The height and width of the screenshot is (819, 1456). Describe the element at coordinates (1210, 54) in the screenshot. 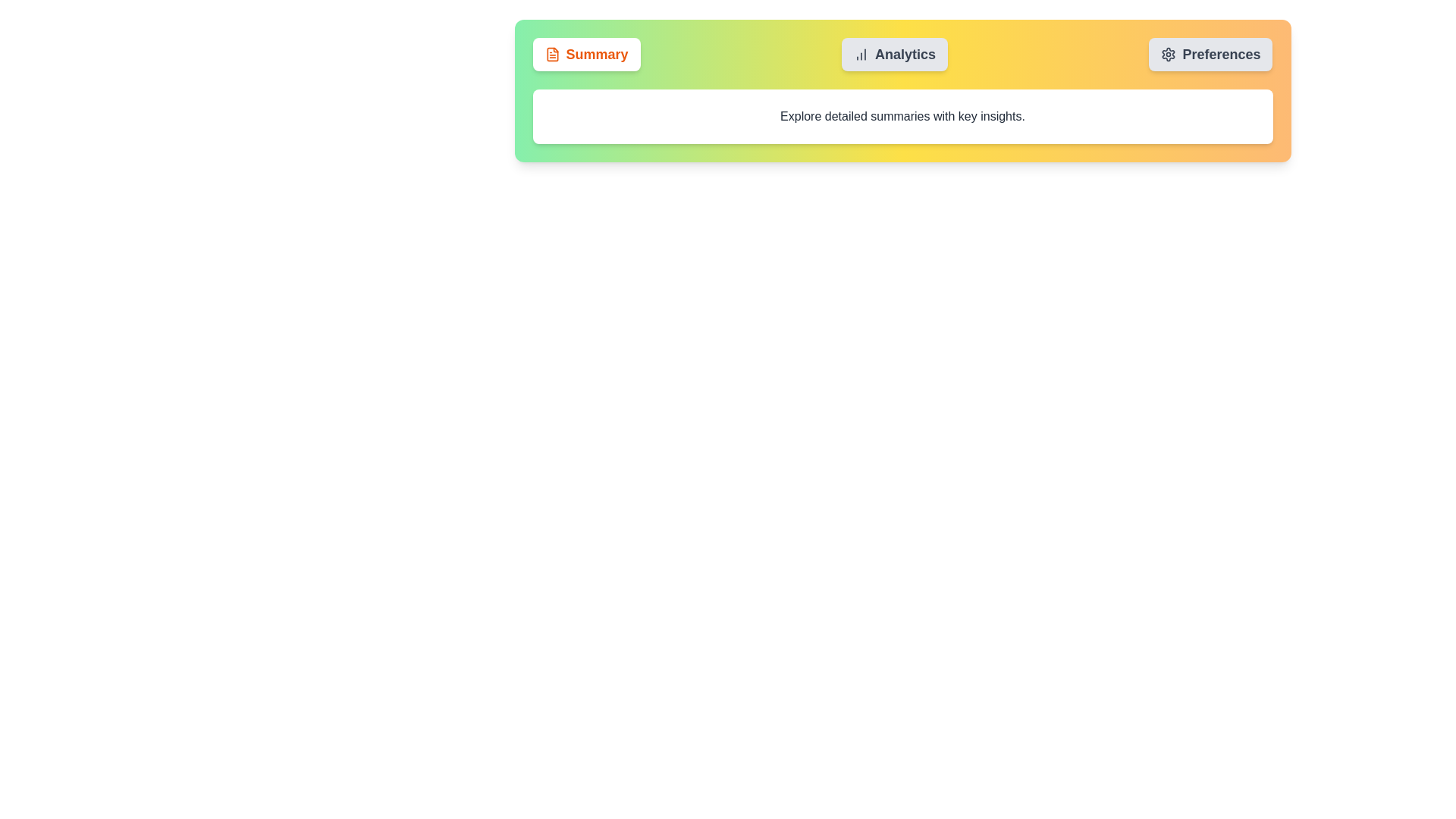

I see `the Preferences button, which is the third button in a horizontal row of three buttons, to view the context menu if available` at that location.